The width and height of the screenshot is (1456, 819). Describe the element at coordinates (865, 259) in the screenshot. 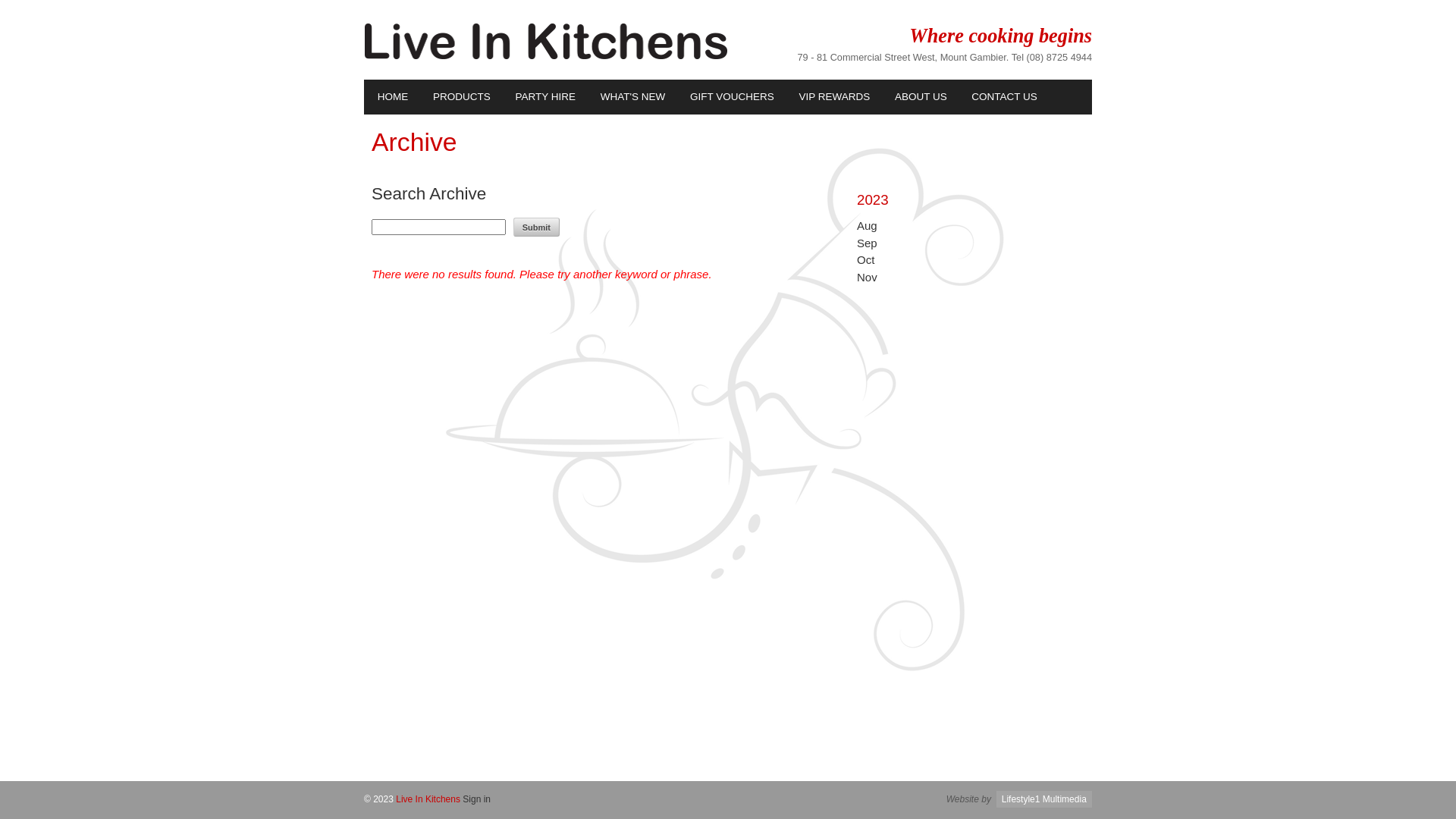

I see `'Oct'` at that location.